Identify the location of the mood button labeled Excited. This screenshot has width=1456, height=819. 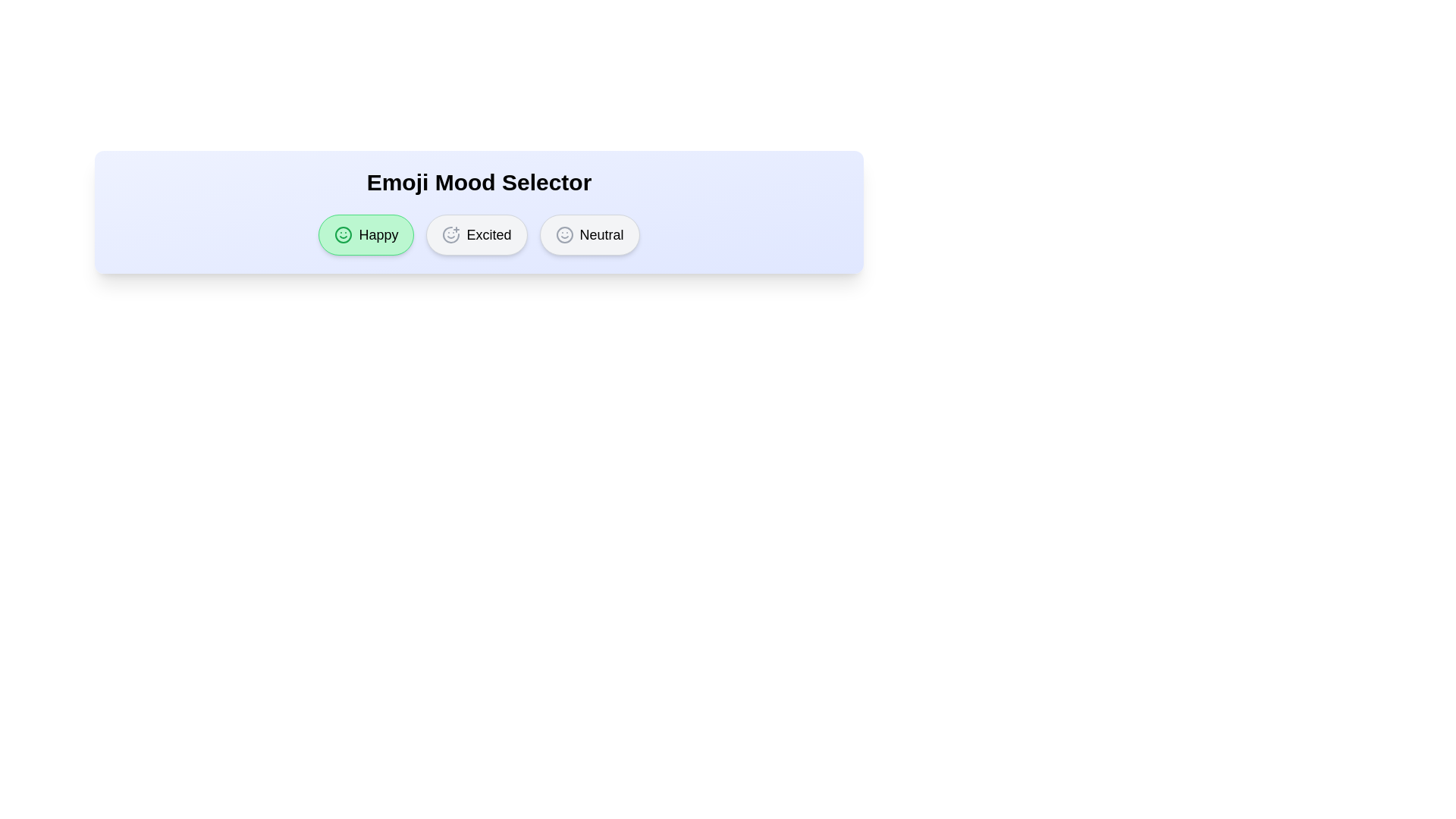
(475, 234).